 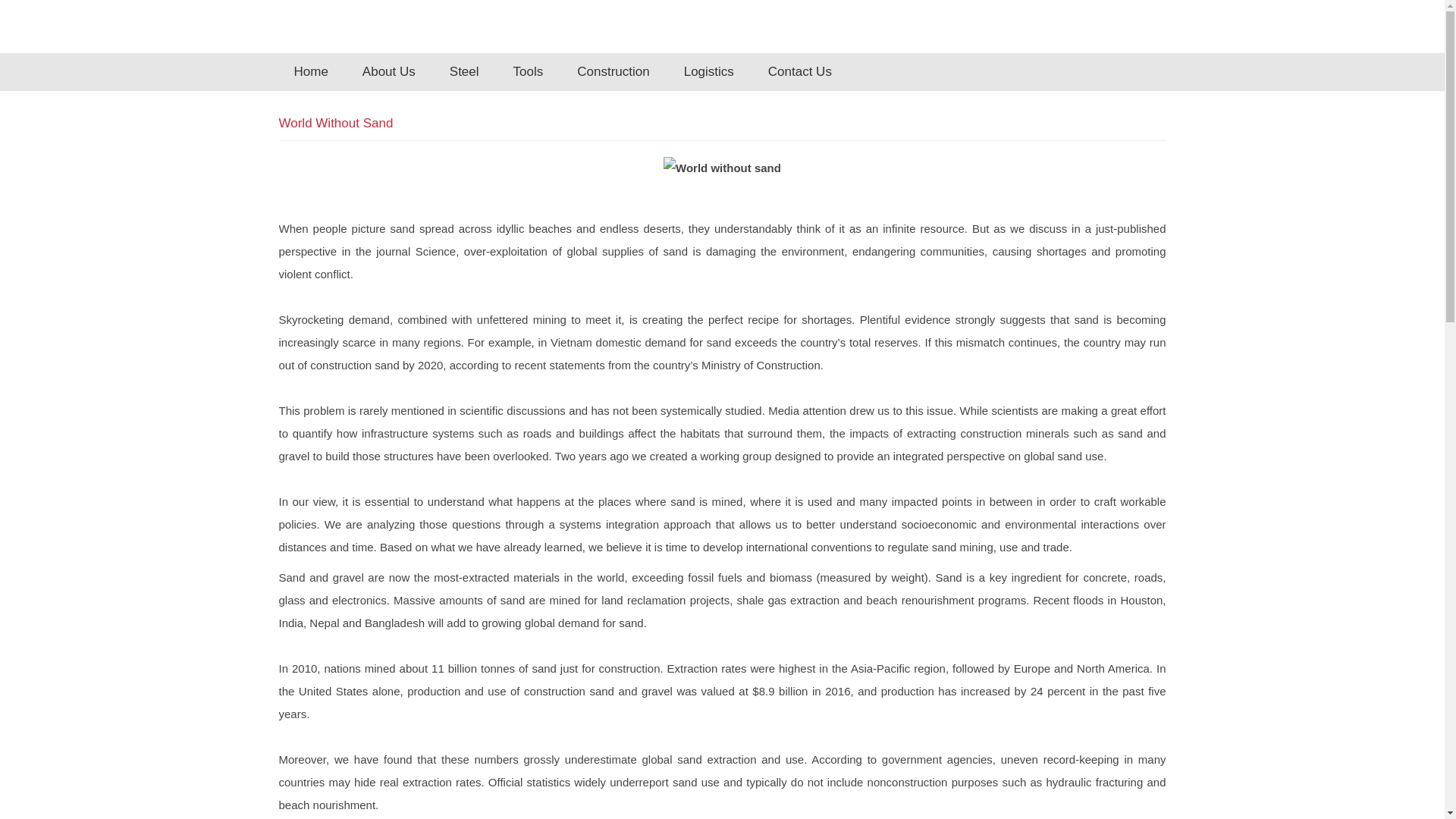 I want to click on 'Contact Us', so click(x=799, y=72).